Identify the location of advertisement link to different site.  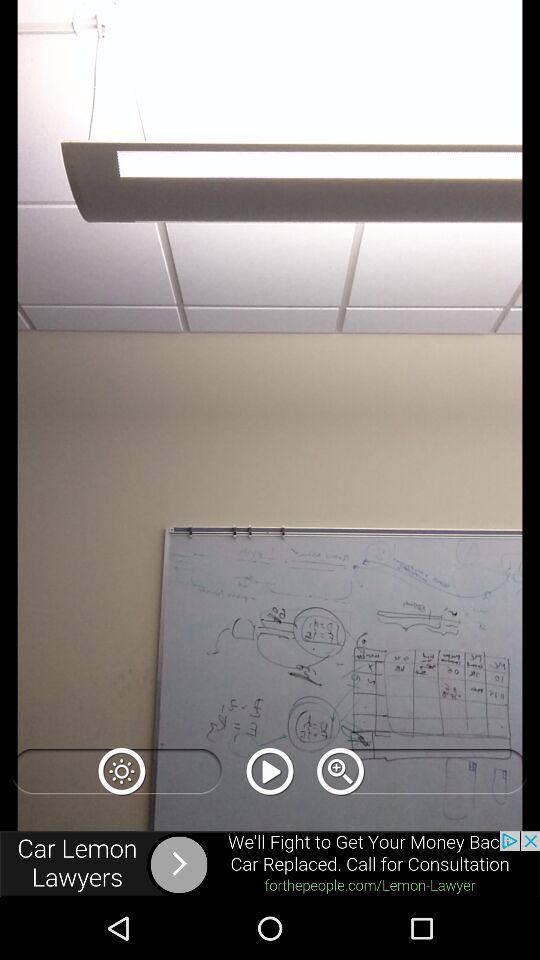
(270, 863).